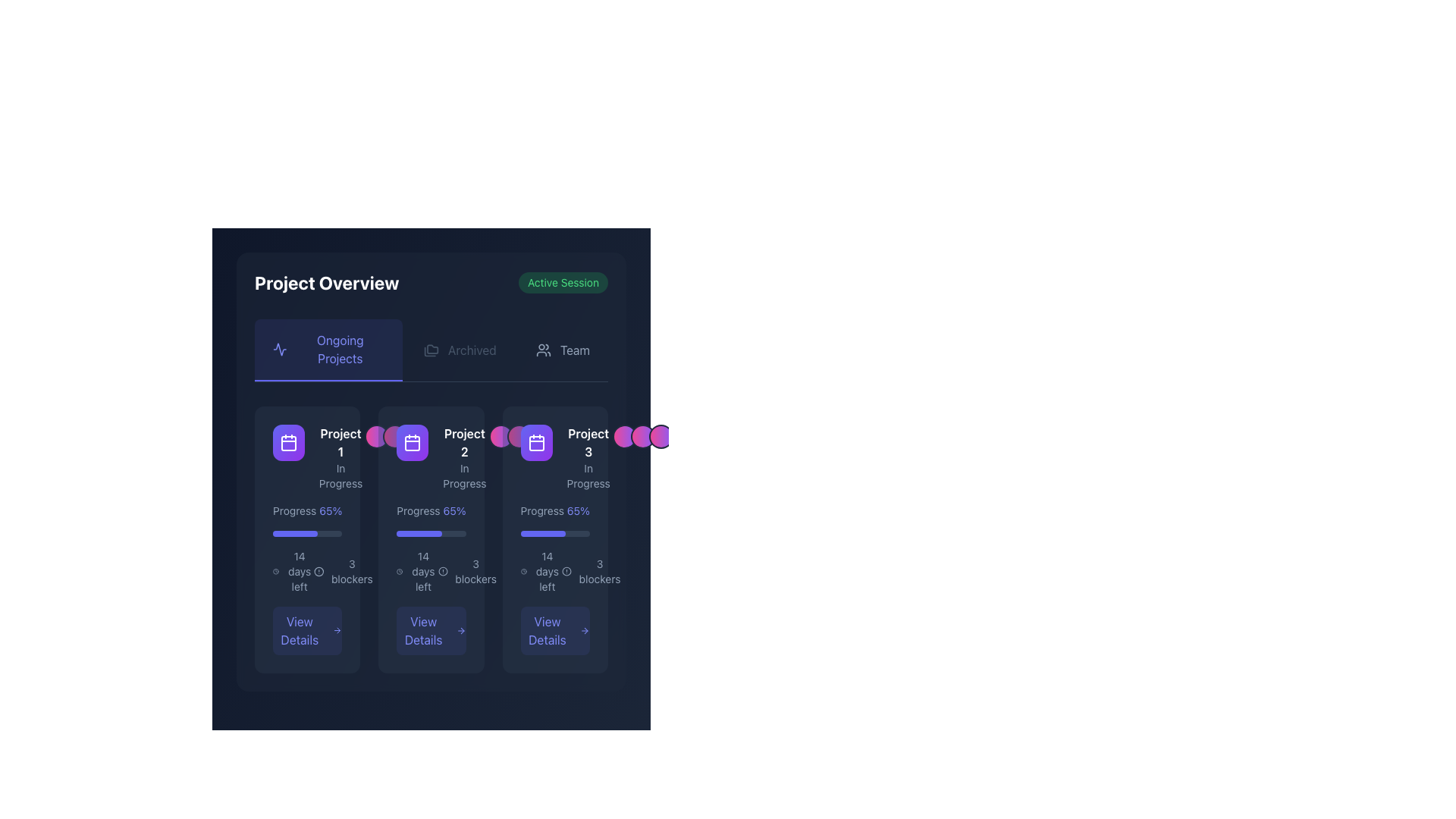 The width and height of the screenshot is (1456, 819). Describe the element at coordinates (431, 539) in the screenshot. I see `the progress bar in the second card of the 'Ongoing Projects' section to gauge project completion` at that location.